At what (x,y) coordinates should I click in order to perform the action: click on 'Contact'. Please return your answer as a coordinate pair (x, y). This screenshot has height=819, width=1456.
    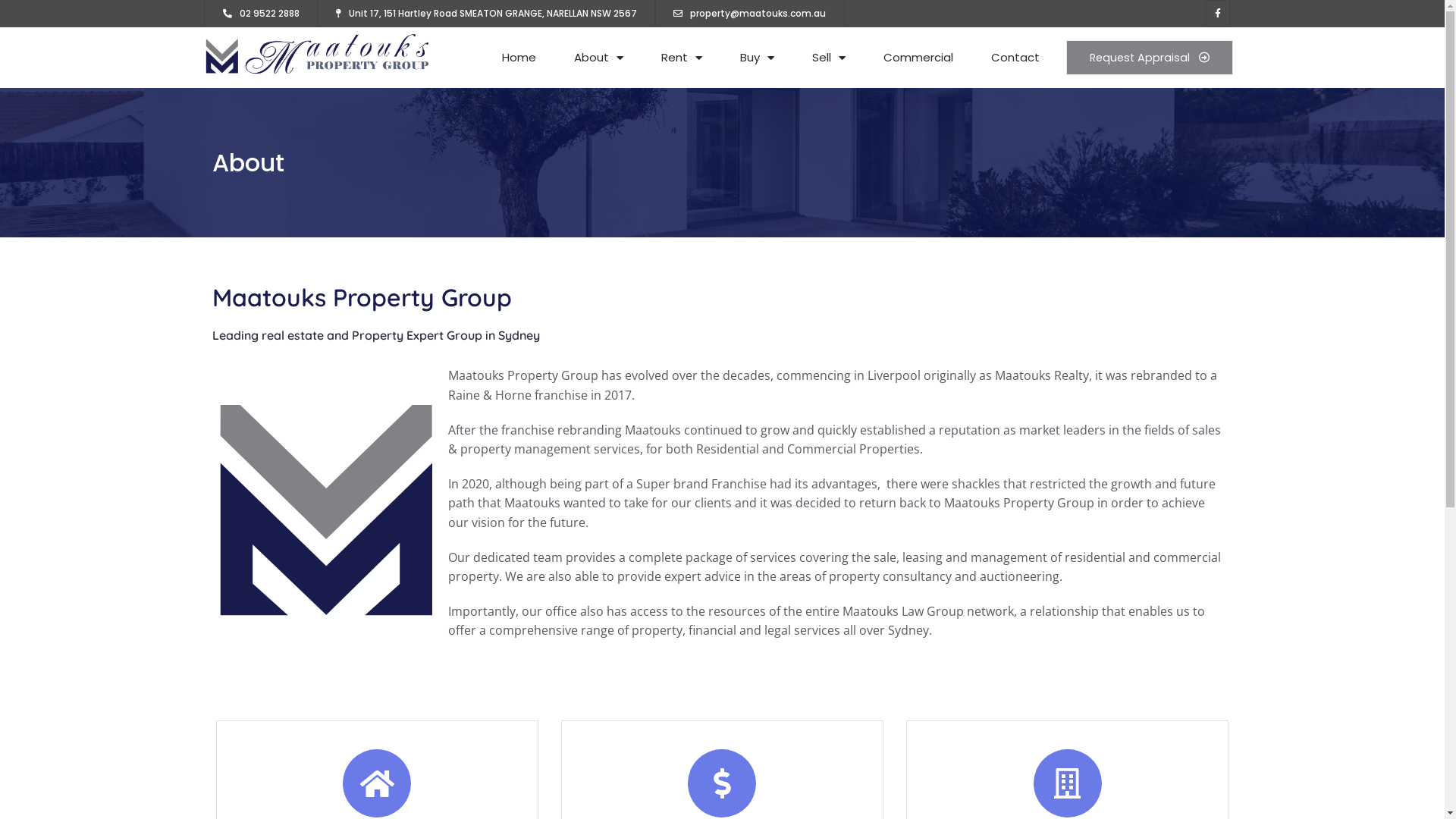
    Looking at the image, I should click on (1015, 57).